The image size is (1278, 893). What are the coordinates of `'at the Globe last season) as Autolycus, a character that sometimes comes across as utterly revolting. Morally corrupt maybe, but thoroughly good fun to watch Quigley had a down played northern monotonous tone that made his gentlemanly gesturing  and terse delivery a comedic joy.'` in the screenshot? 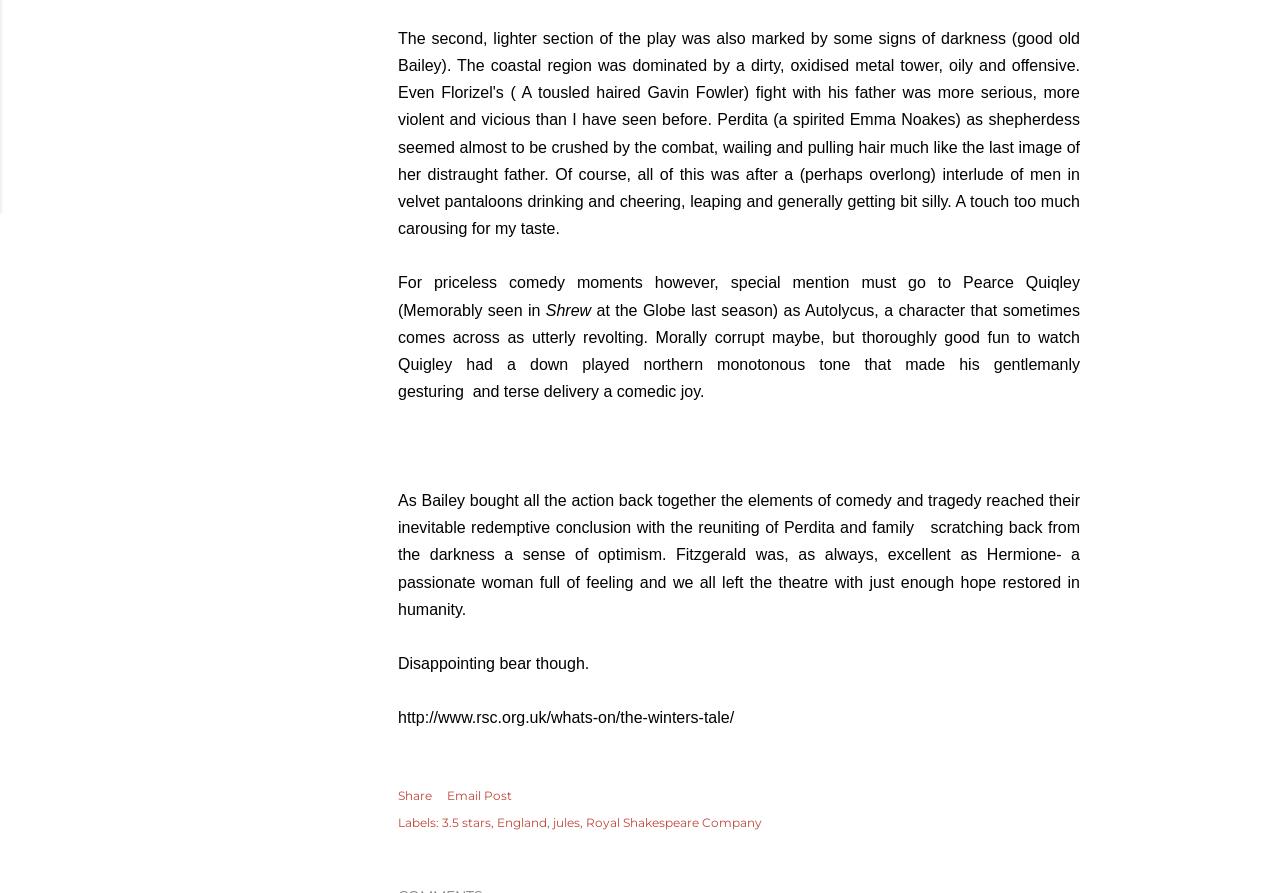 It's located at (737, 350).